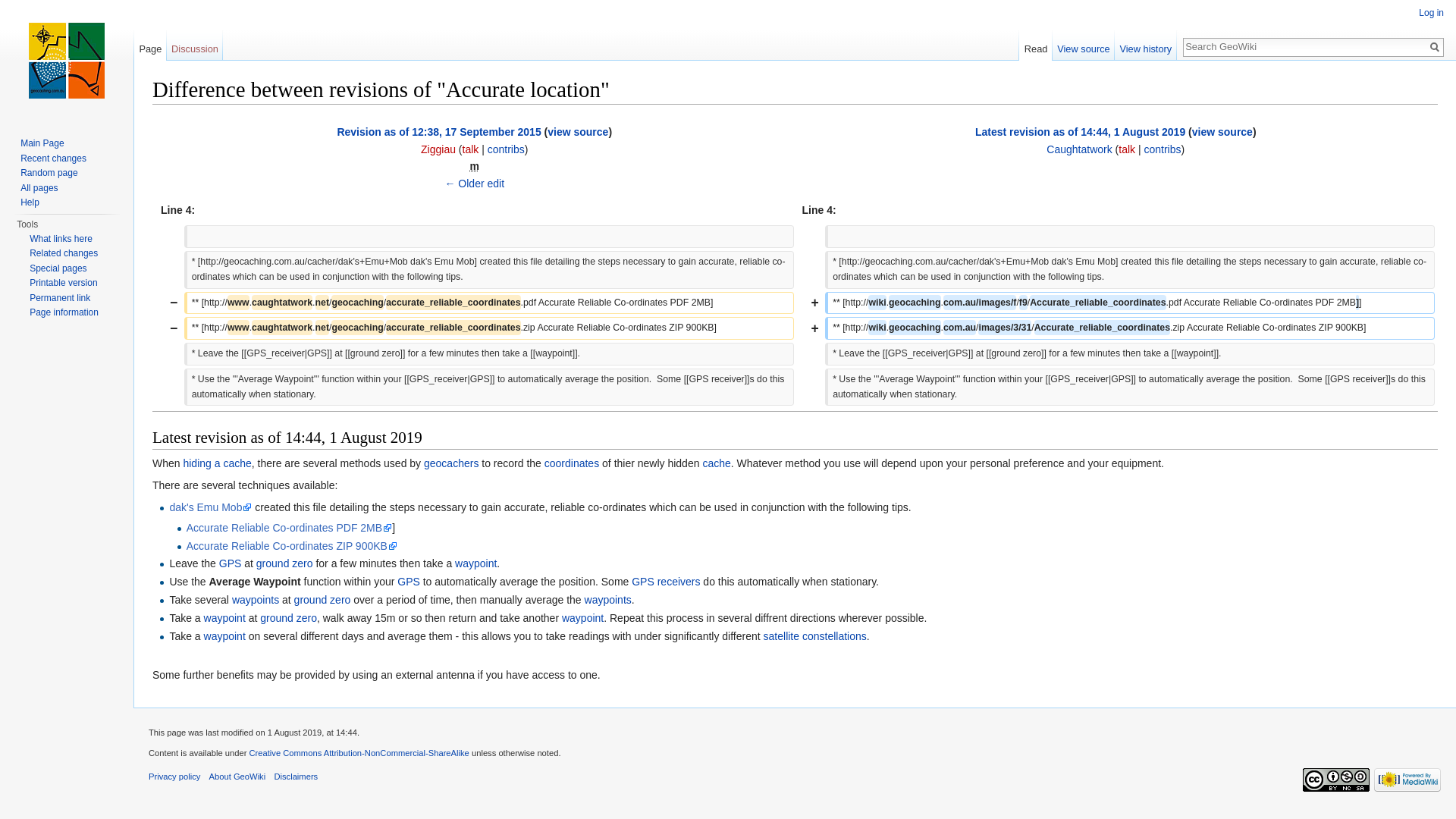 The width and height of the screenshot is (1456, 819). I want to click on 'All pages', so click(39, 186).